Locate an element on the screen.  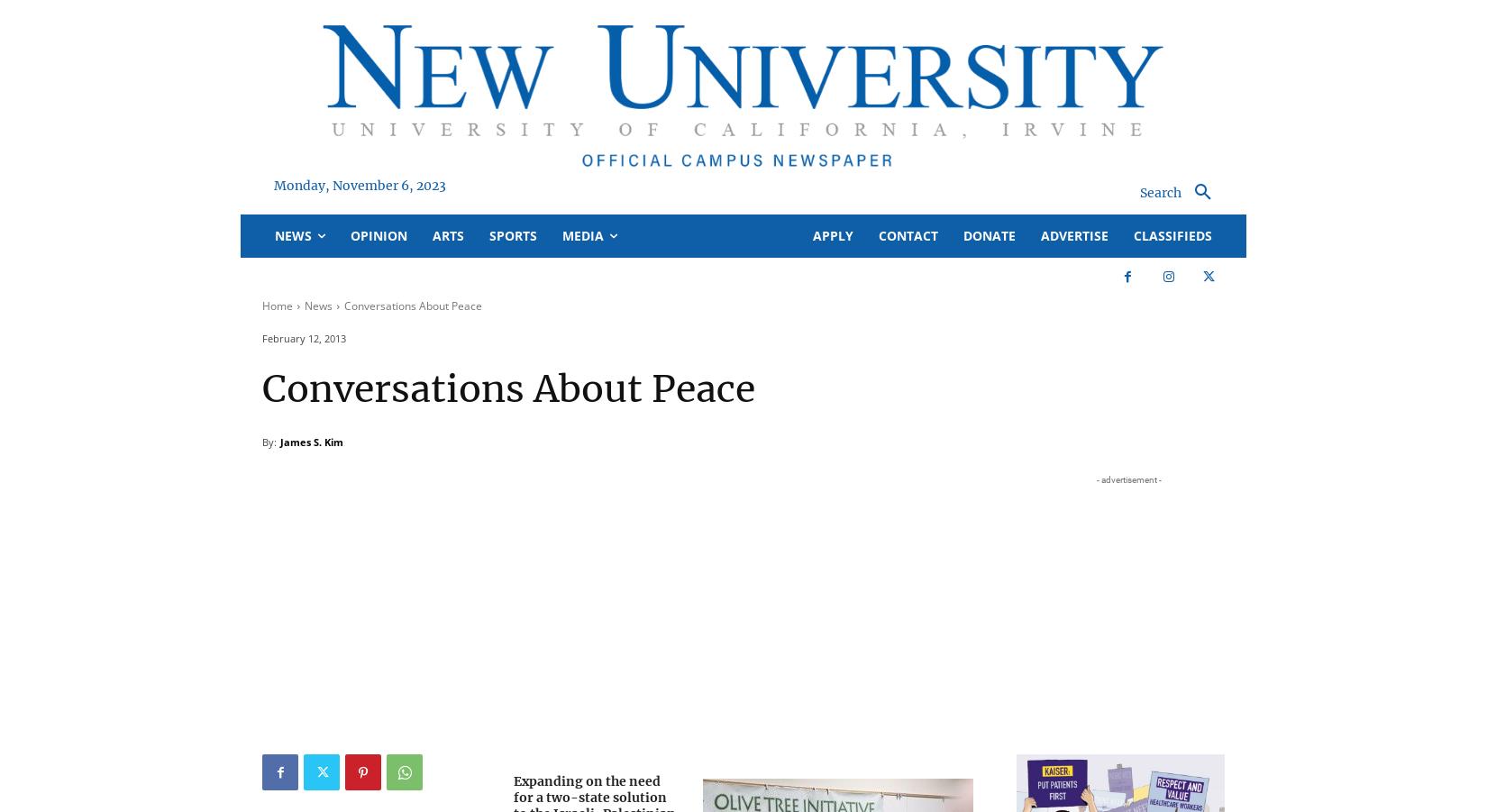
'Search' is located at coordinates (742, 89).